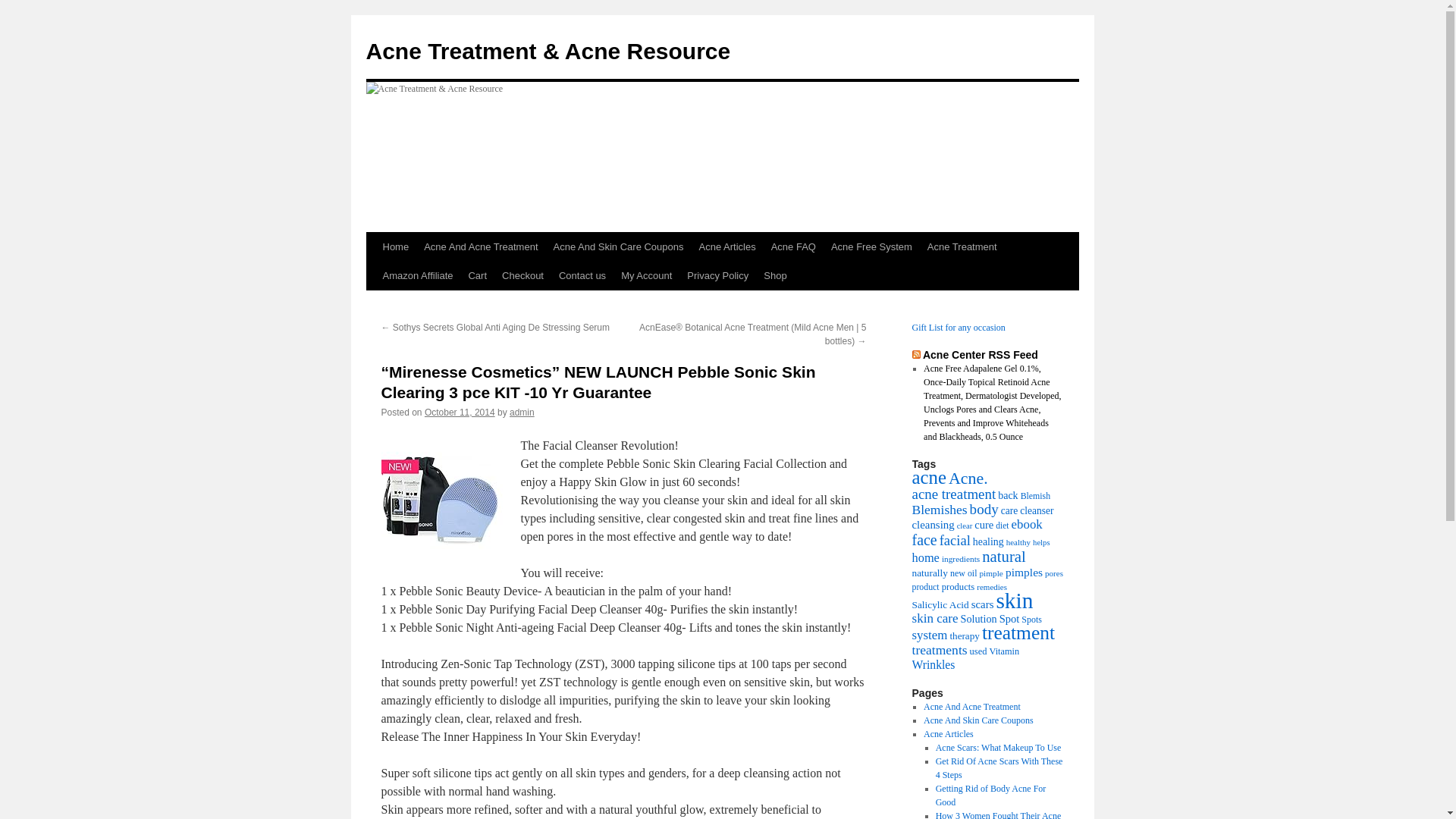 Image resolution: width=1456 pixels, height=819 pixels. I want to click on 'Gift List for any occasion', so click(957, 327).